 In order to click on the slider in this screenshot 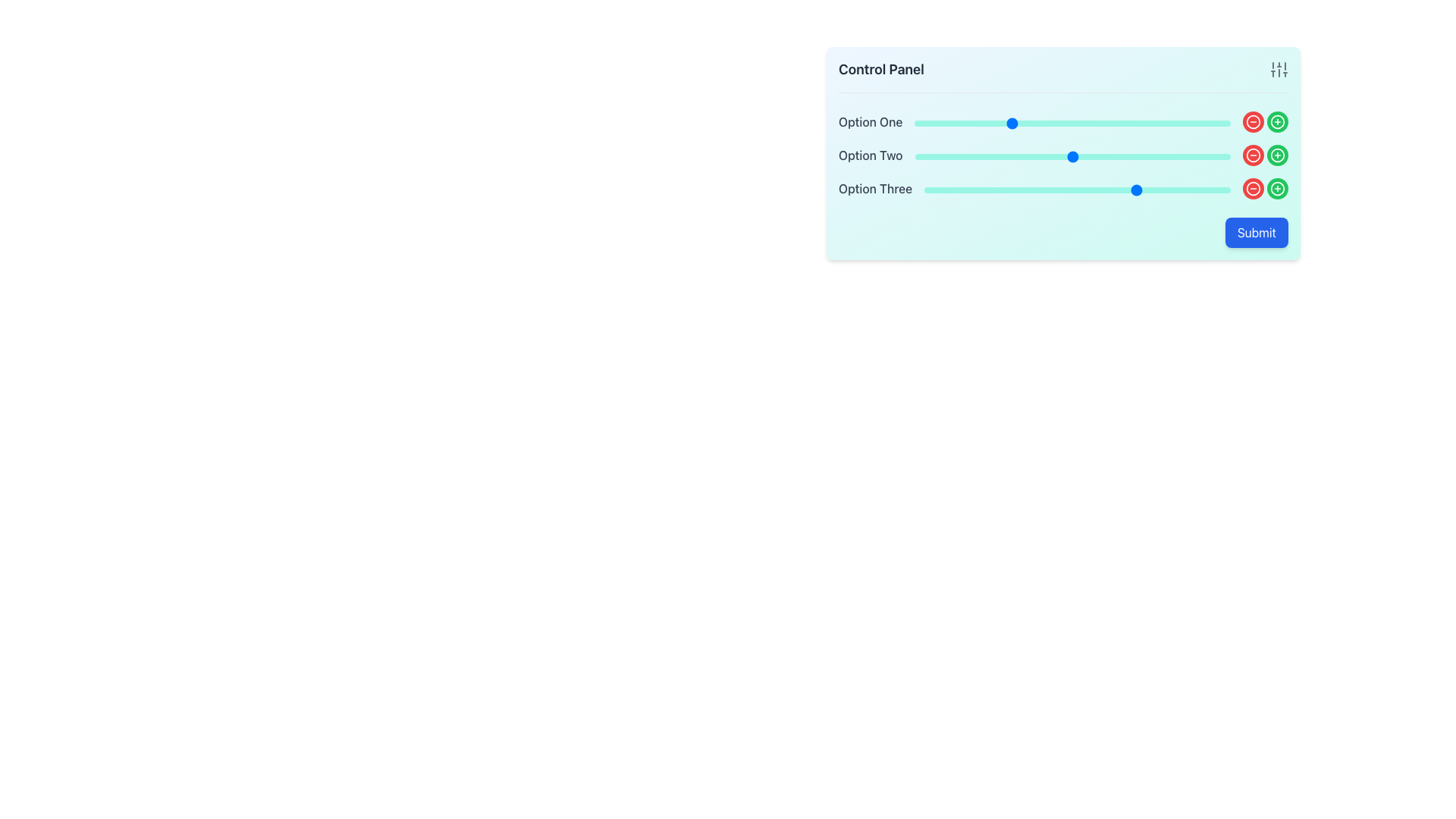, I will do `click(1000, 157)`.